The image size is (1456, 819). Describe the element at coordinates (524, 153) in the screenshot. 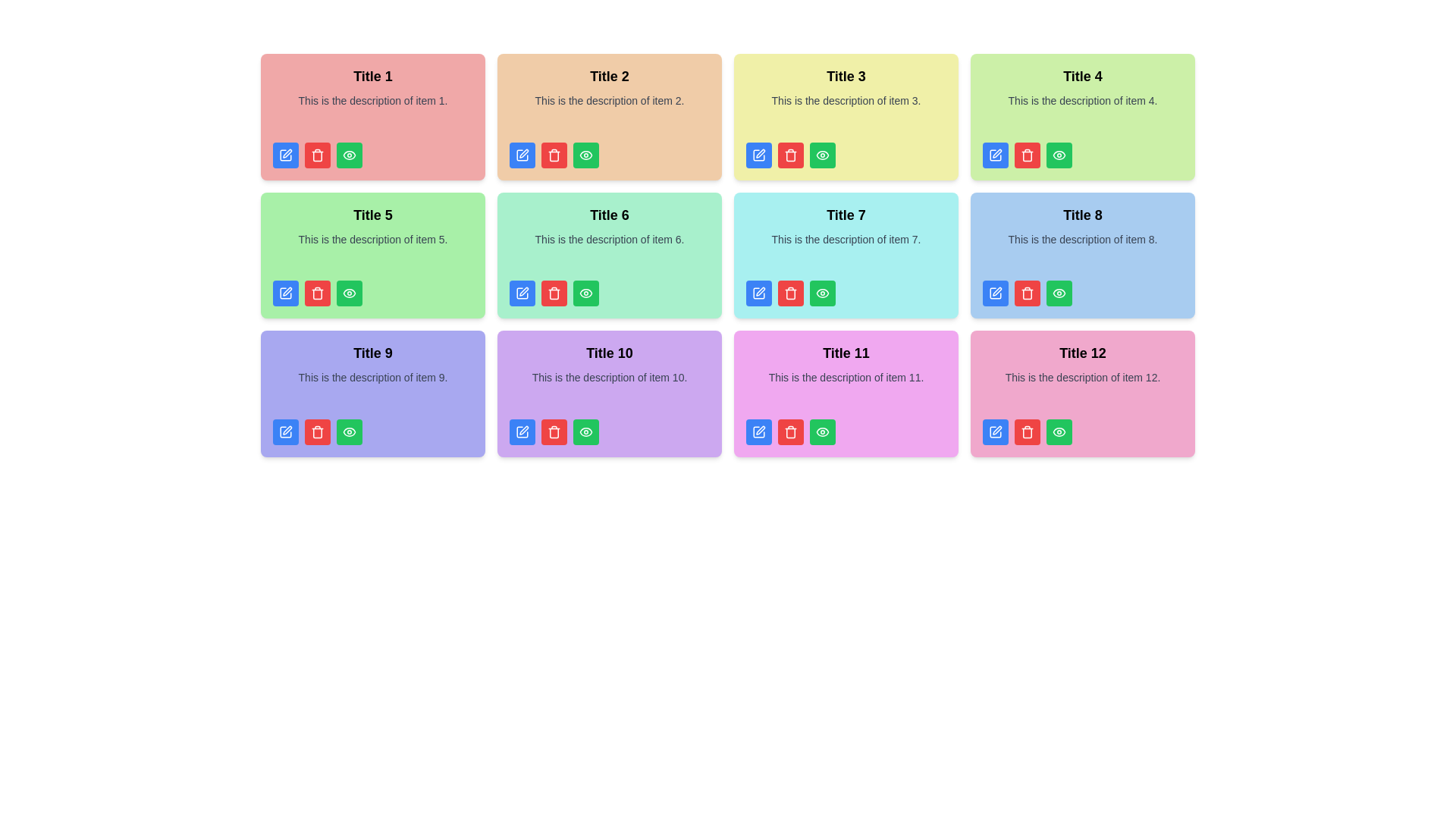

I see `the pen tool icon button located at the bottom of the colored rectangular card labeled 'Title 2'` at that location.